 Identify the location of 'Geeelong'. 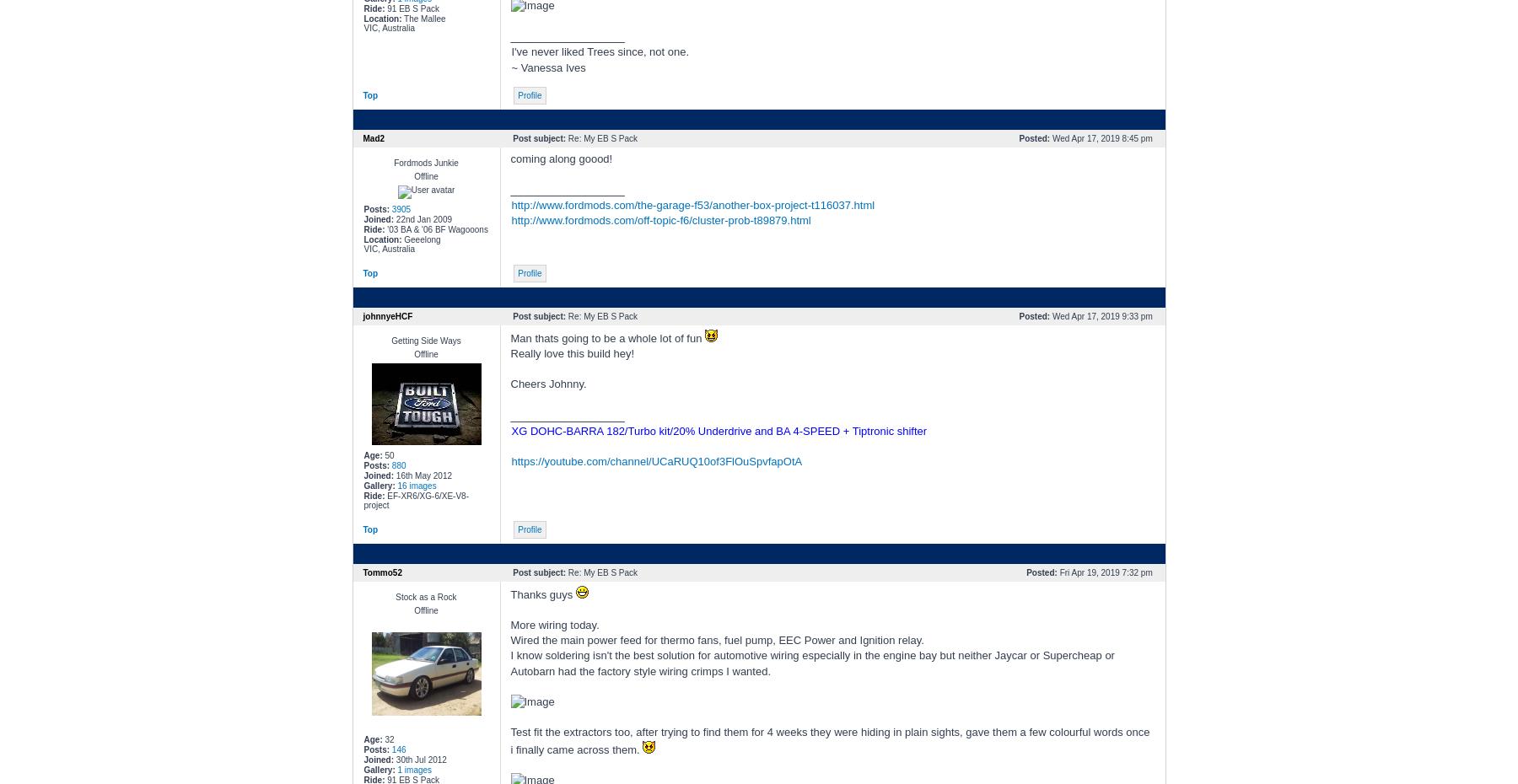
(419, 239).